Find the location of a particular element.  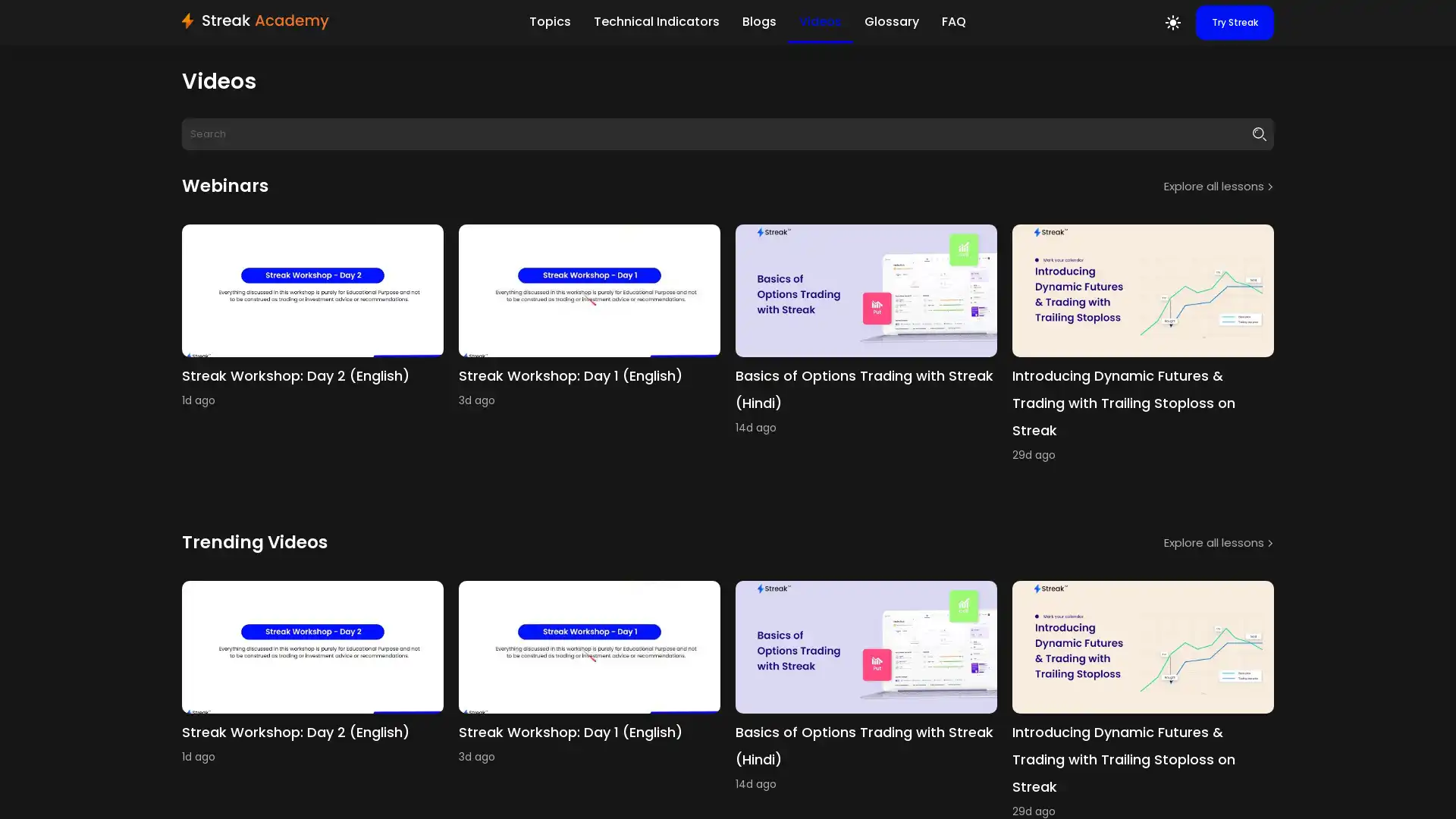

Glossary is located at coordinates (891, 20).